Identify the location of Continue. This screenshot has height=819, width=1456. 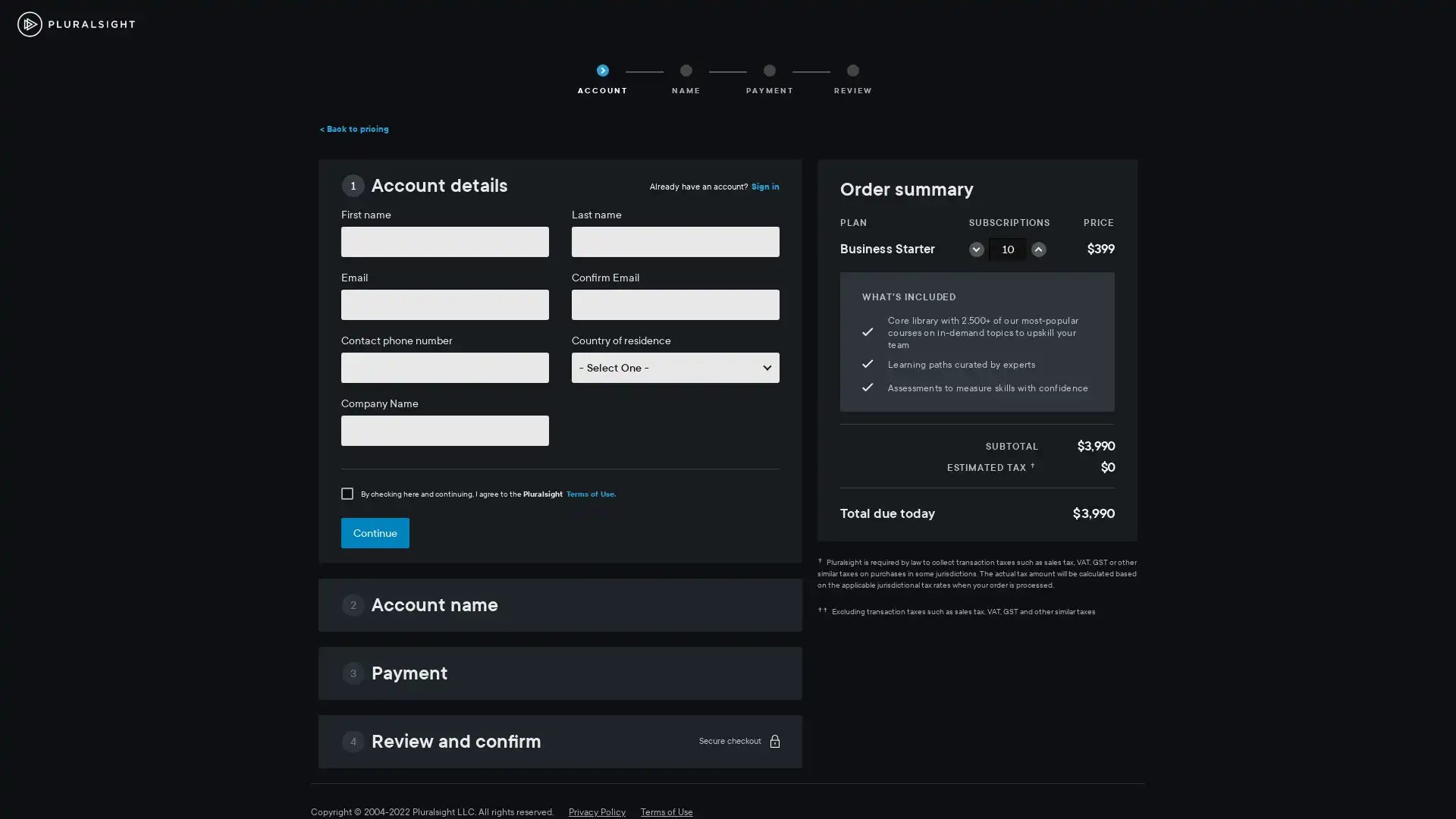
(375, 532).